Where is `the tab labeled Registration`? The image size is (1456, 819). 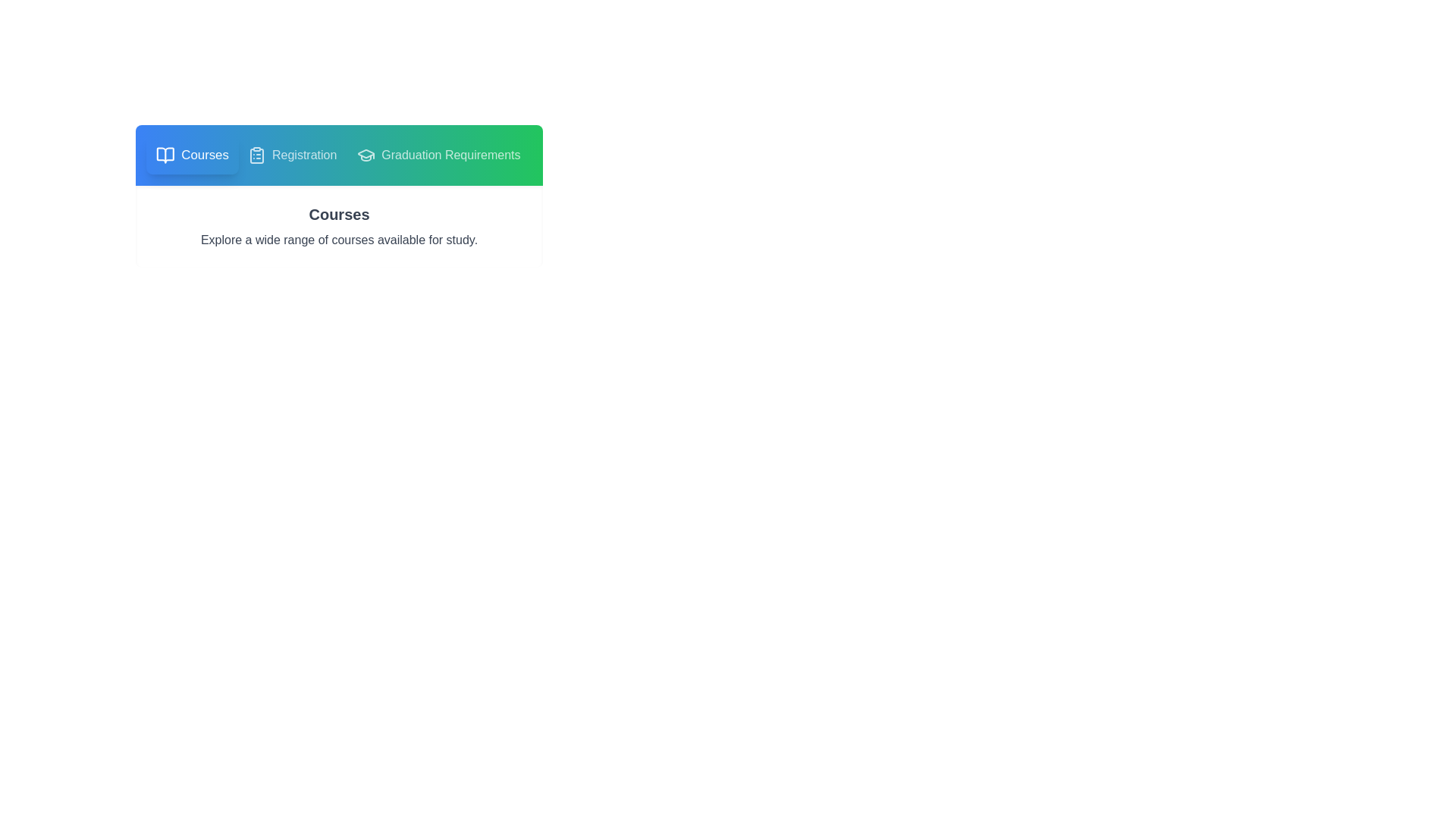
the tab labeled Registration is located at coordinates (291, 155).